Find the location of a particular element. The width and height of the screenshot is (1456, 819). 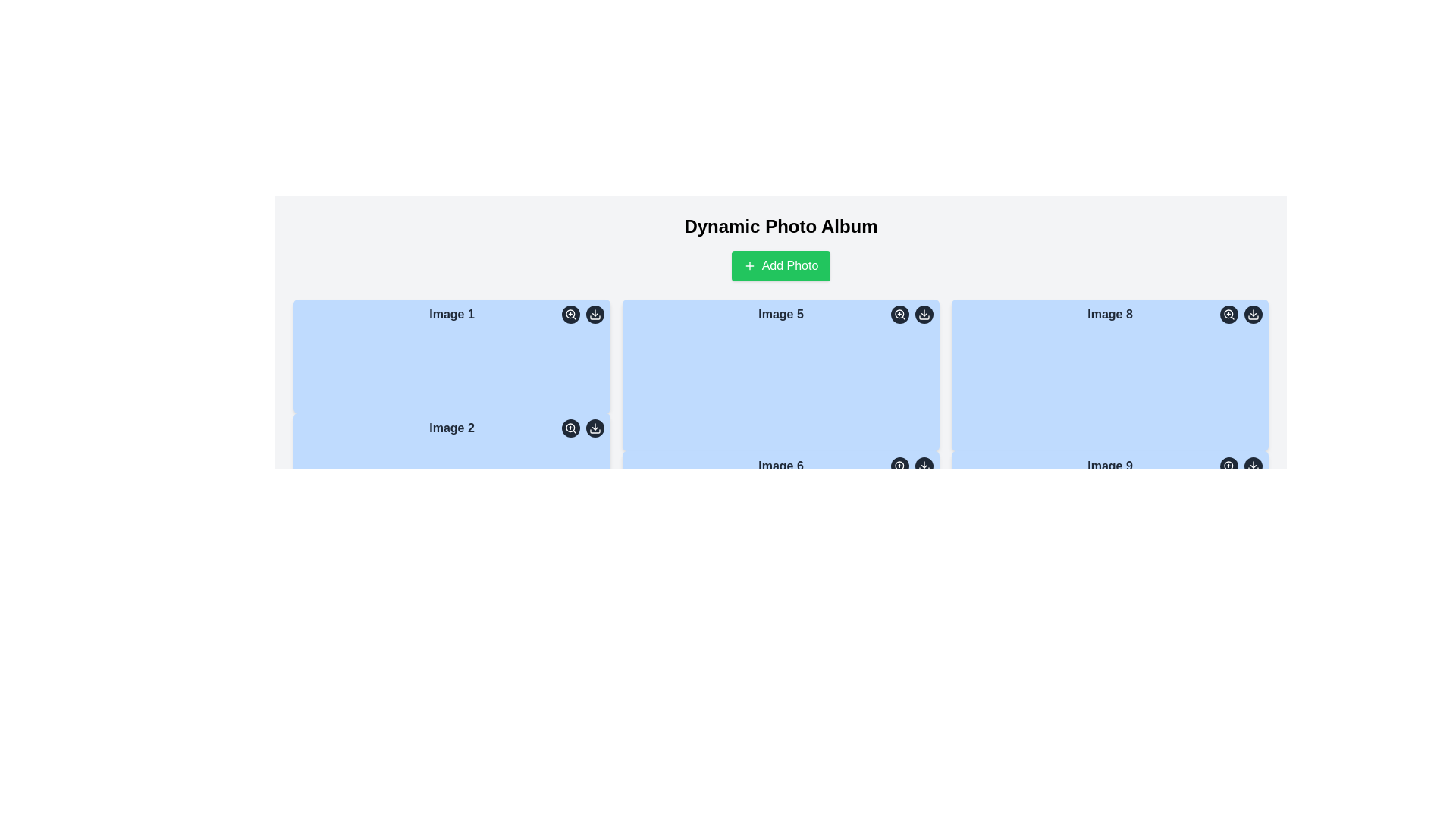

the circular button with a gray background and a white downward arrow icon located in the top-right corner of the blue card labeled 'Image 6' is located at coordinates (924, 465).